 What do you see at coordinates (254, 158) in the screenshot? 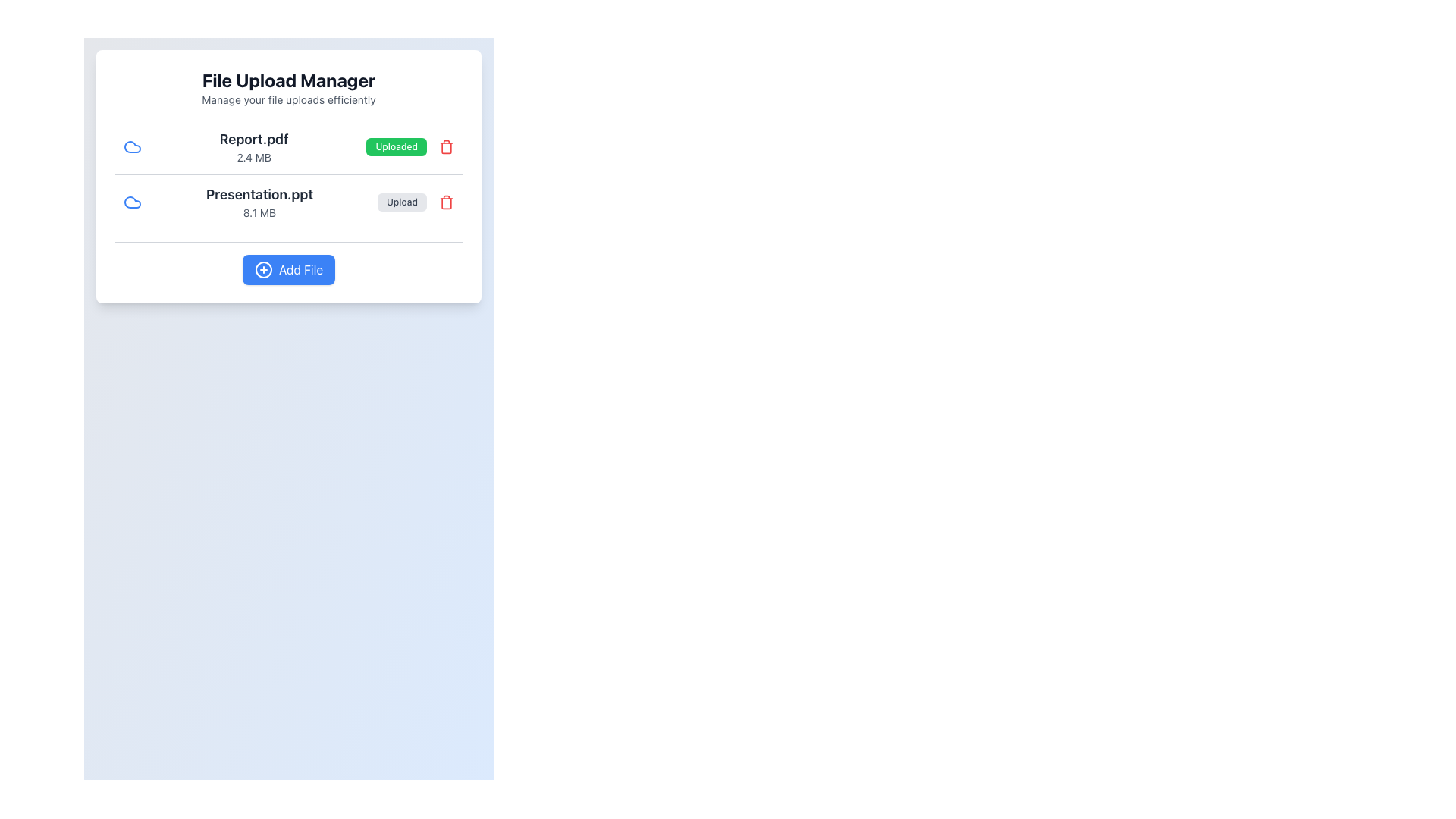
I see `the static label displaying the file size for 'Report.pdf' located in the 'File Upload Manager' interface, positioned directly below the filename` at bounding box center [254, 158].